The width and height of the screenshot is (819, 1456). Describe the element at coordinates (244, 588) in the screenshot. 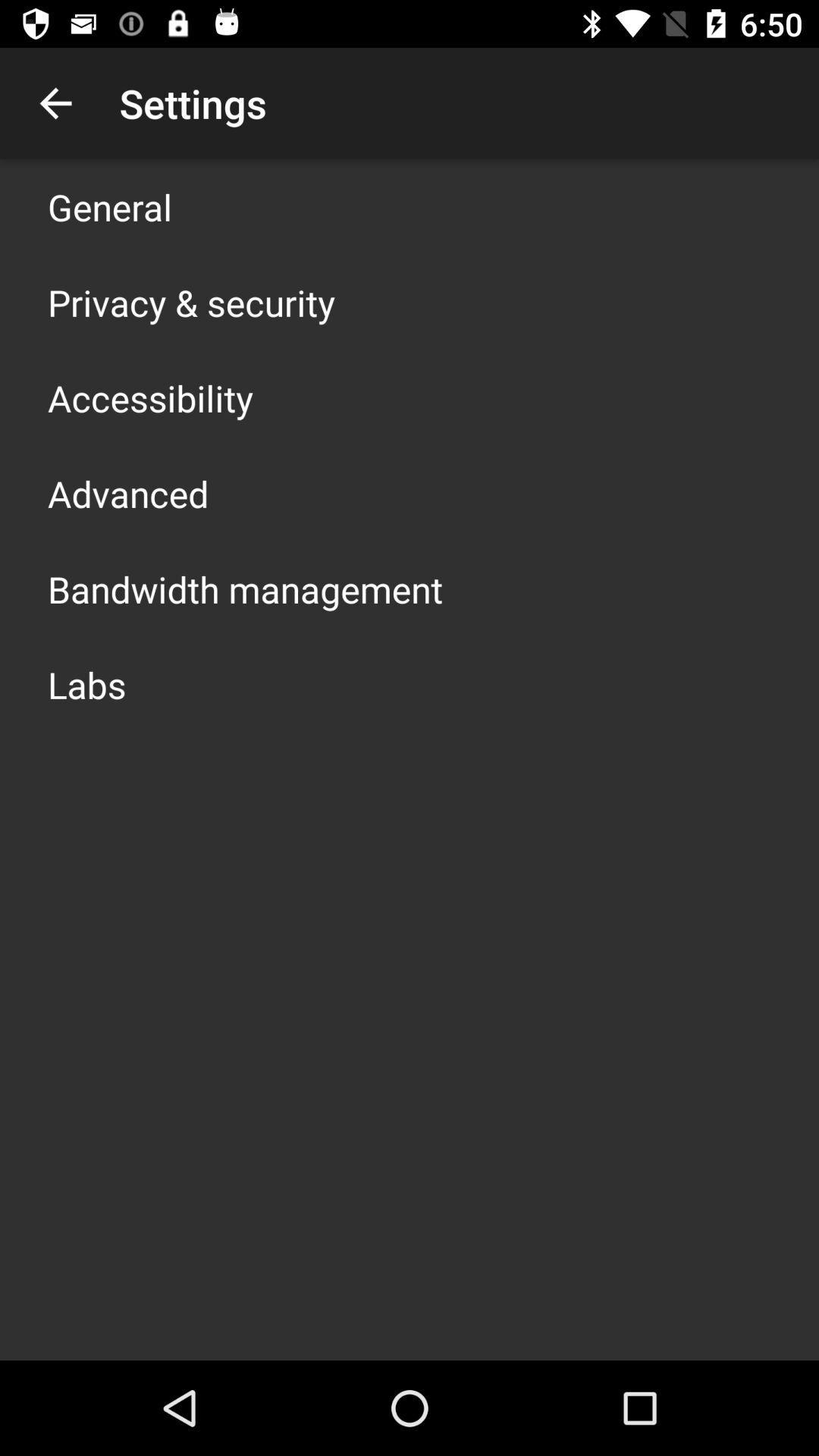

I see `the bandwidth management item` at that location.